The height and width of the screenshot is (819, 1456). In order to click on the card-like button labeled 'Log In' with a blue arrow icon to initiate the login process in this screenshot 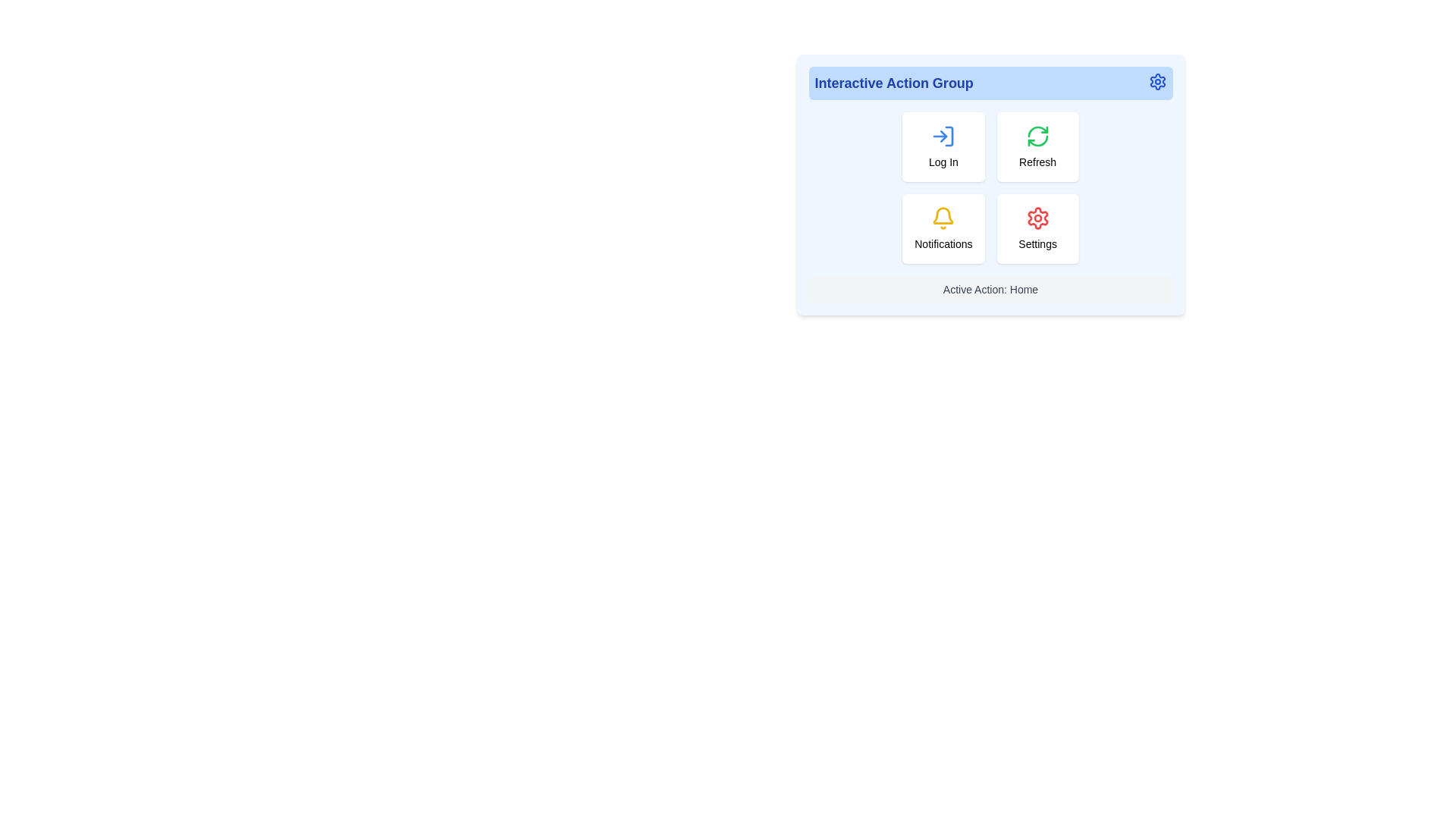, I will do `click(943, 146)`.